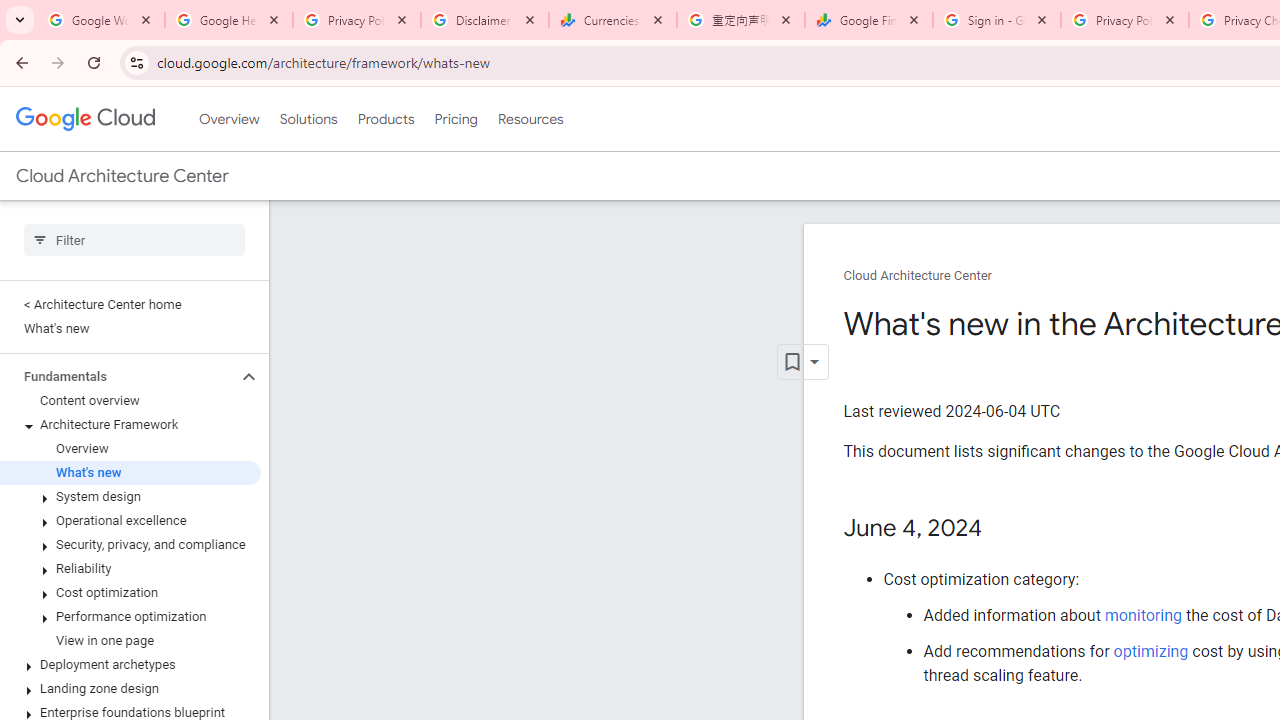 The height and width of the screenshot is (720, 1280). I want to click on 'Solutions', so click(307, 119).